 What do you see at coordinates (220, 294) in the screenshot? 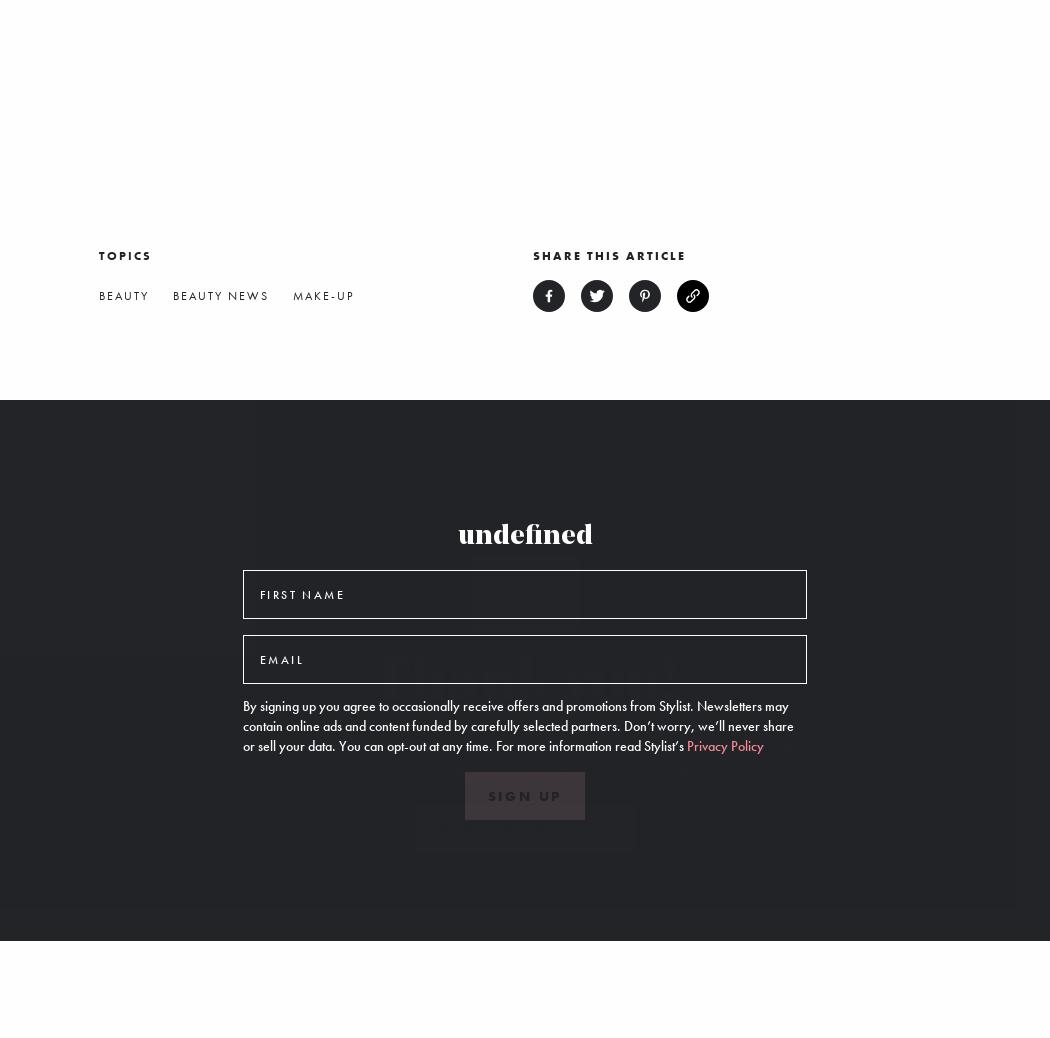
I see `'Beauty News'` at bounding box center [220, 294].